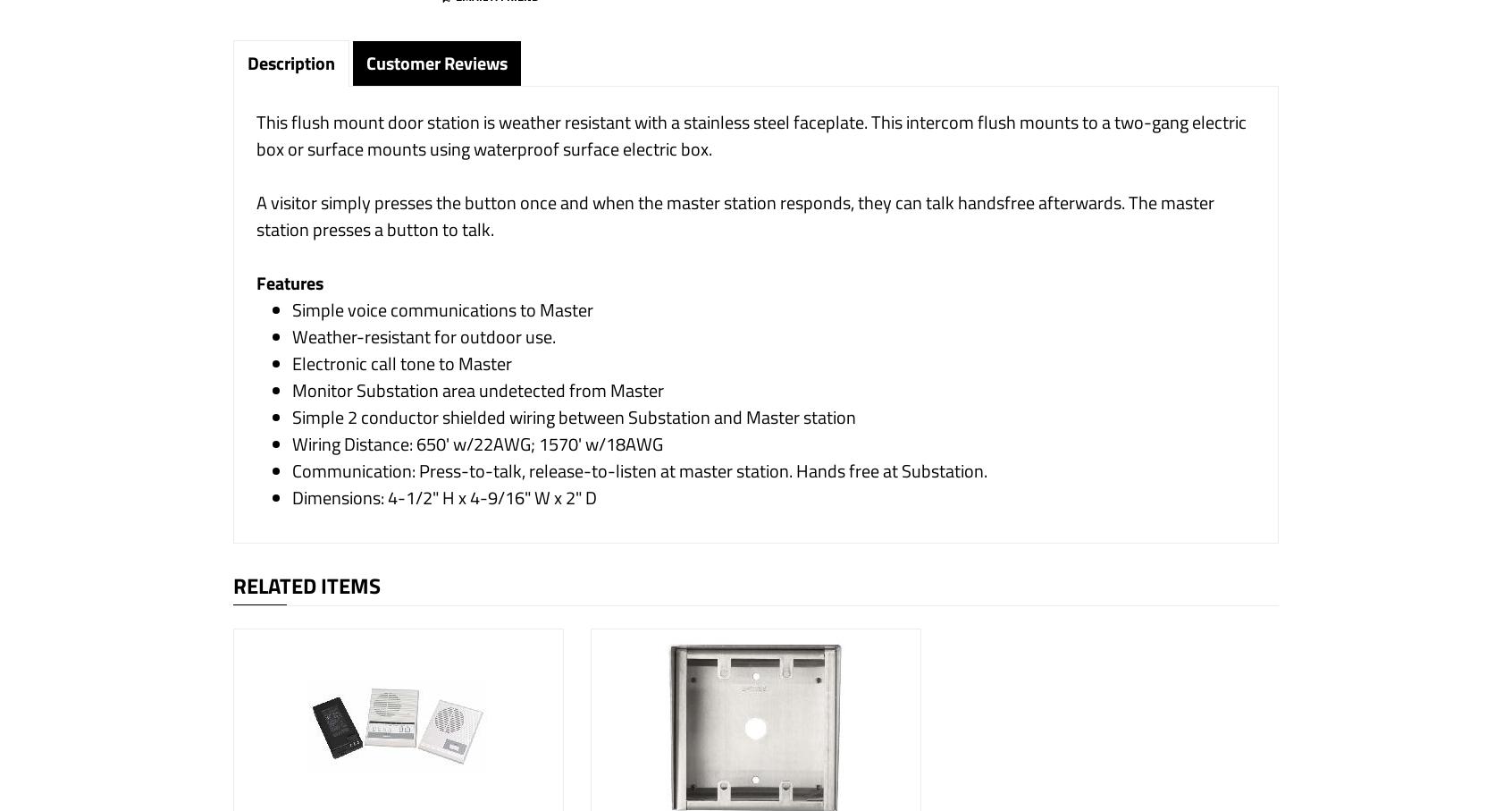 The height and width of the screenshot is (811, 1512). Describe the element at coordinates (477, 443) in the screenshot. I see `'Wiring Distance: 650' w/22AWG; 1570' w/18AWG'` at that location.